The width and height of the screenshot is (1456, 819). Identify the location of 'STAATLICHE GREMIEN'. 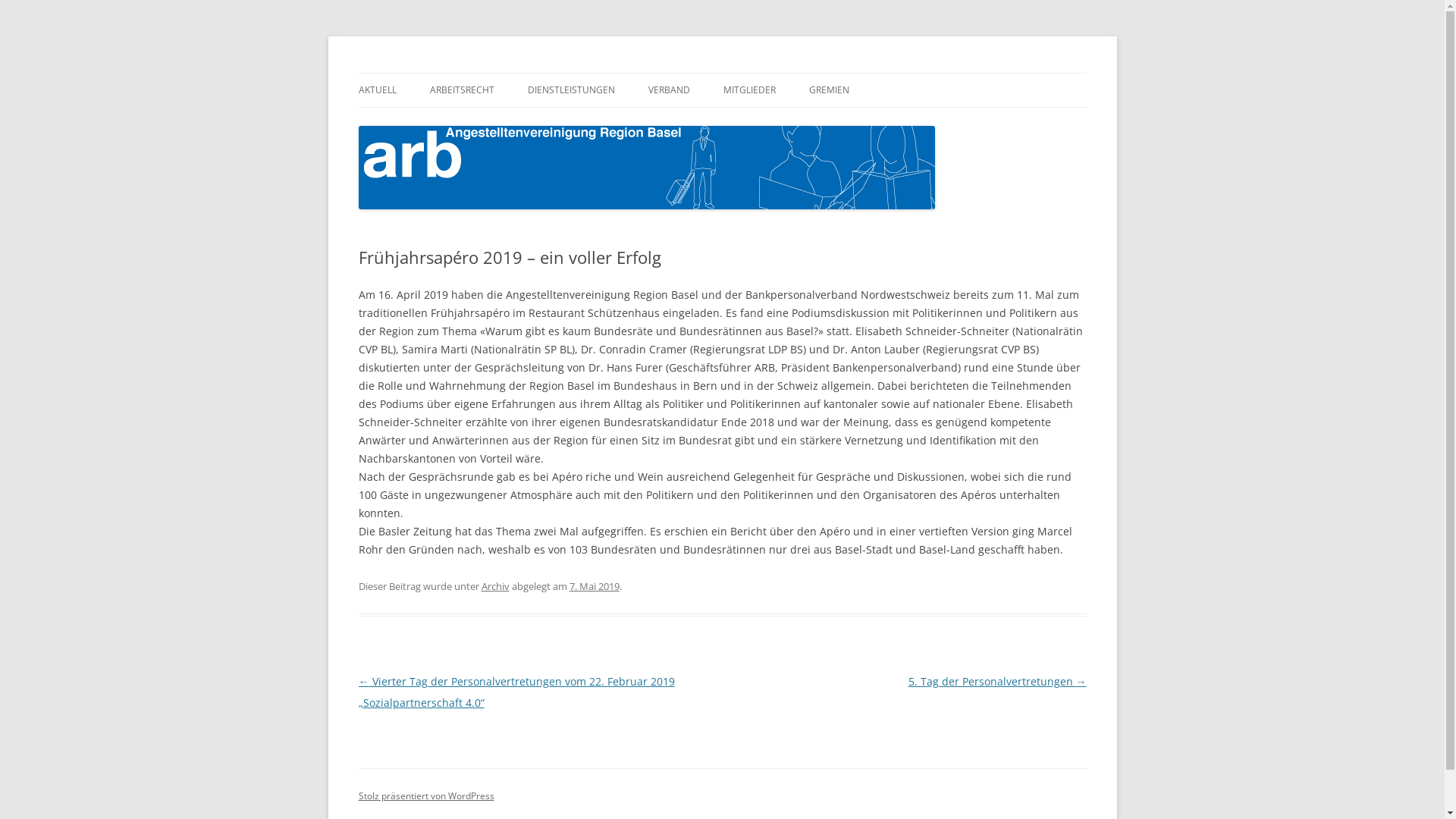
(884, 121).